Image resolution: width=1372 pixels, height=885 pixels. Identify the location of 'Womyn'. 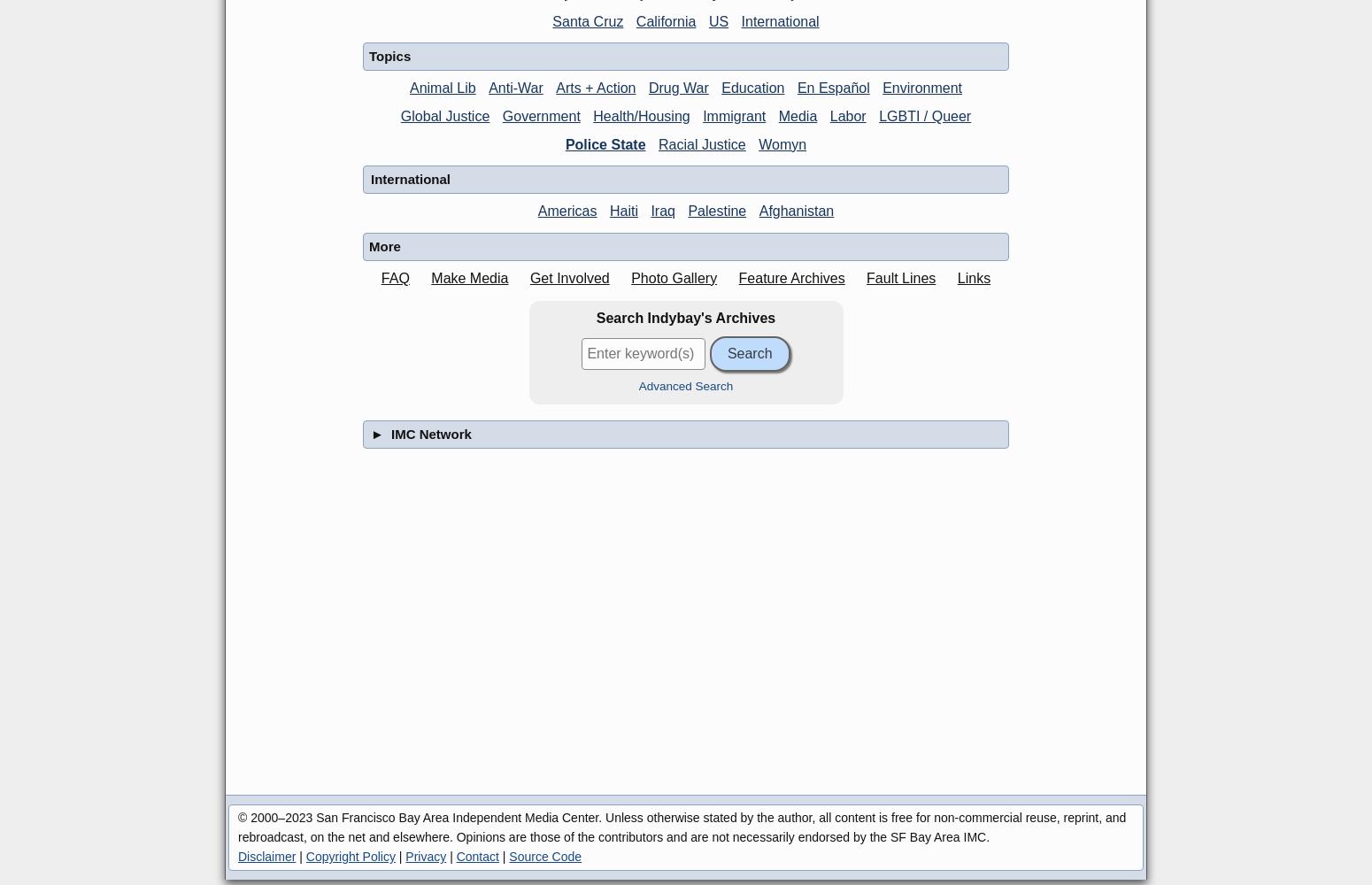
(782, 143).